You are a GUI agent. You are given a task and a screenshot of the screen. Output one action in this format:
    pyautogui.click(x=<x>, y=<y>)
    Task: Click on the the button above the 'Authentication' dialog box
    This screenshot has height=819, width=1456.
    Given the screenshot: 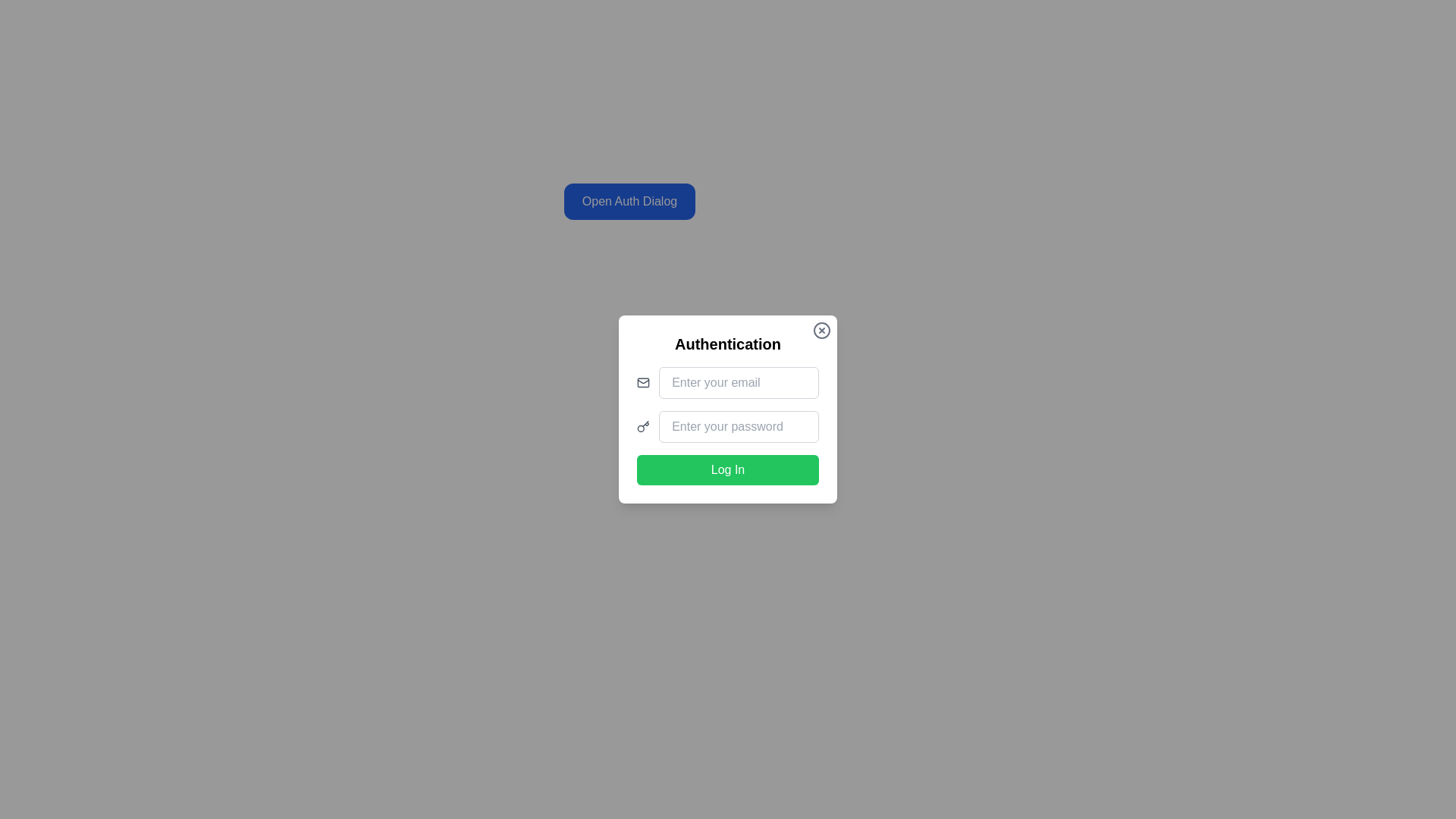 What is the action you would take?
    pyautogui.click(x=629, y=201)
    